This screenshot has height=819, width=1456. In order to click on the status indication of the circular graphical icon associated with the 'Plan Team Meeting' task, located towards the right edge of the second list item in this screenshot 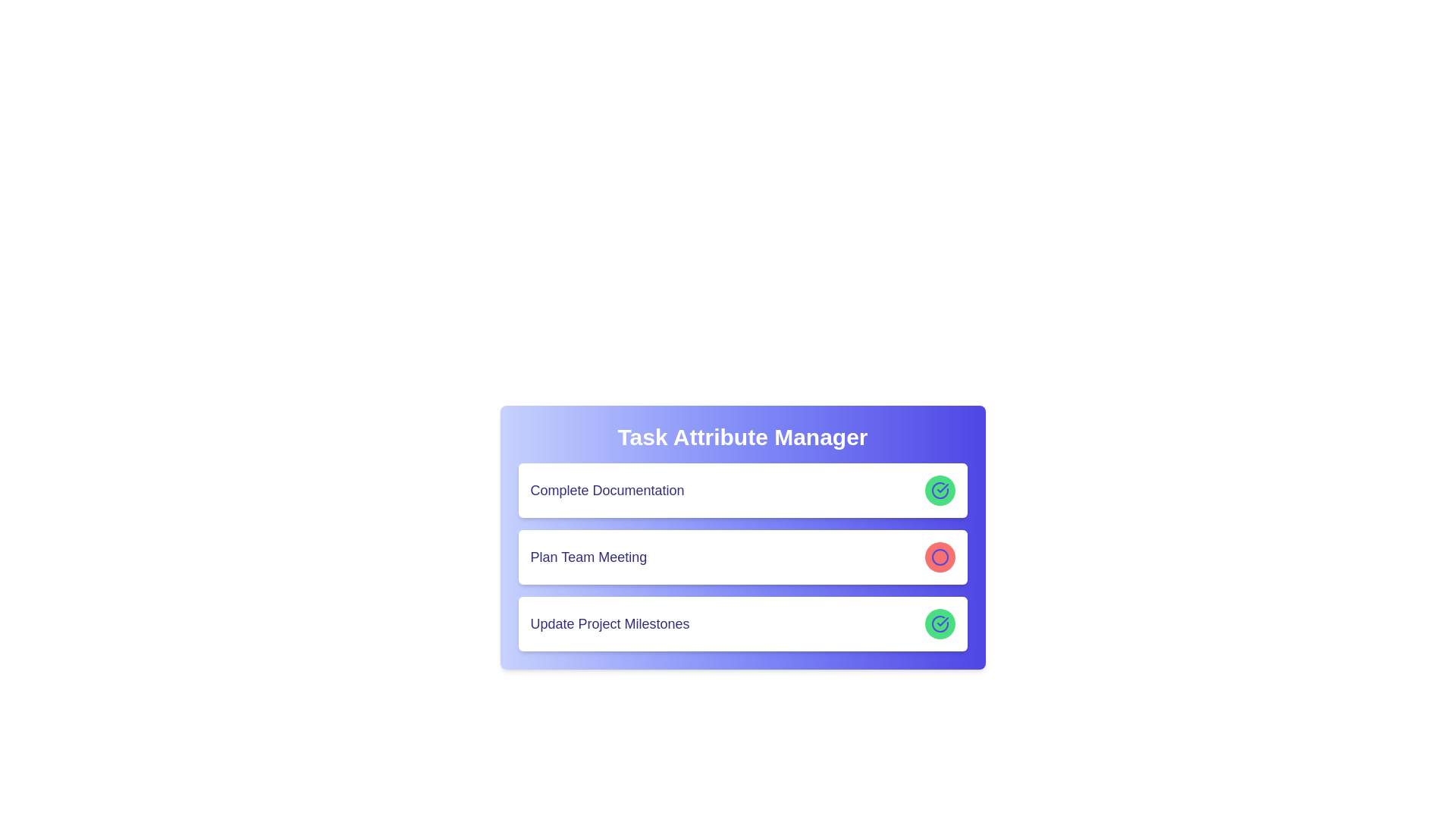, I will do `click(939, 557)`.